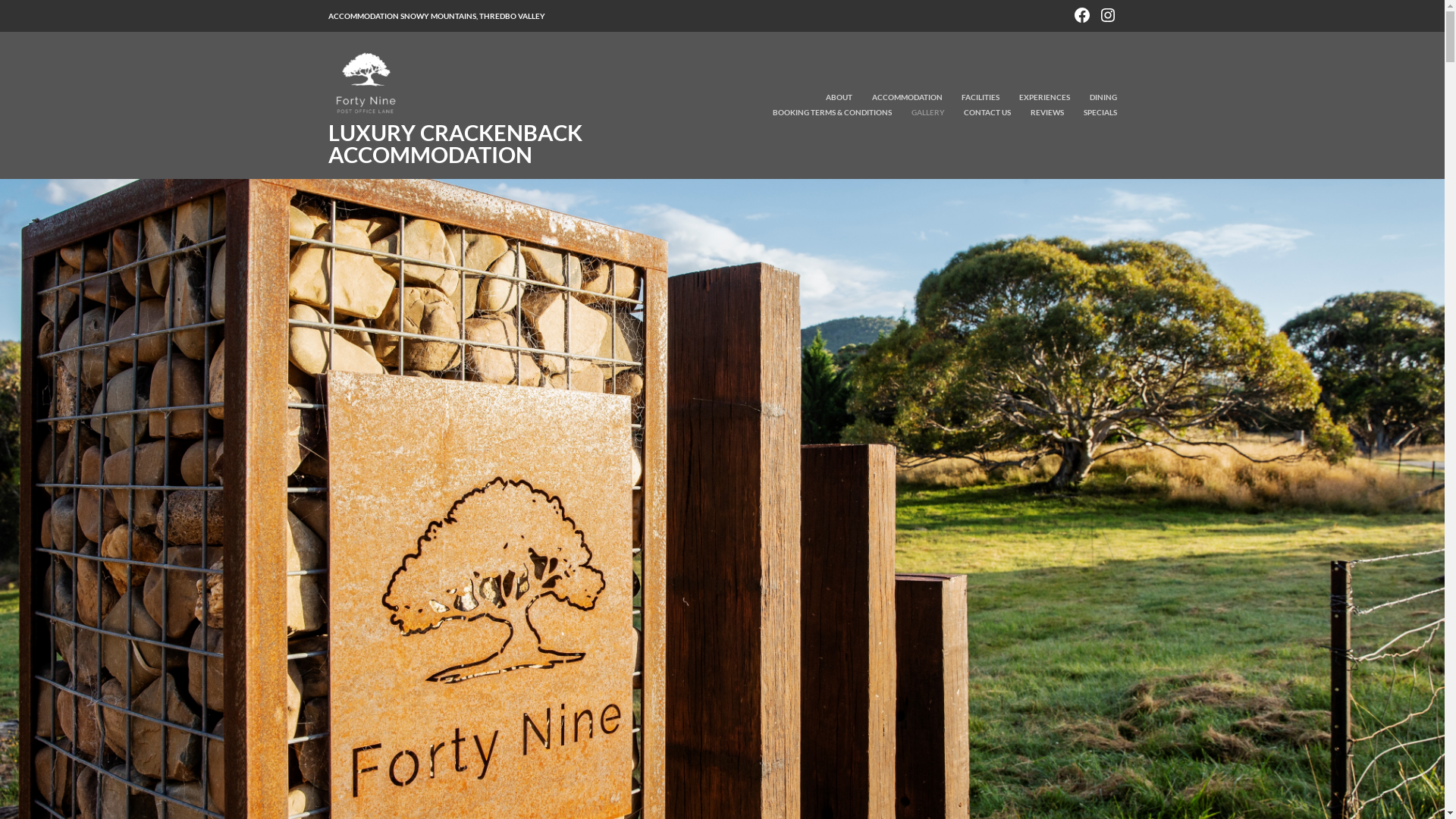 This screenshot has height=819, width=1456. I want to click on 'ACCOMMODATION', so click(854, 97).